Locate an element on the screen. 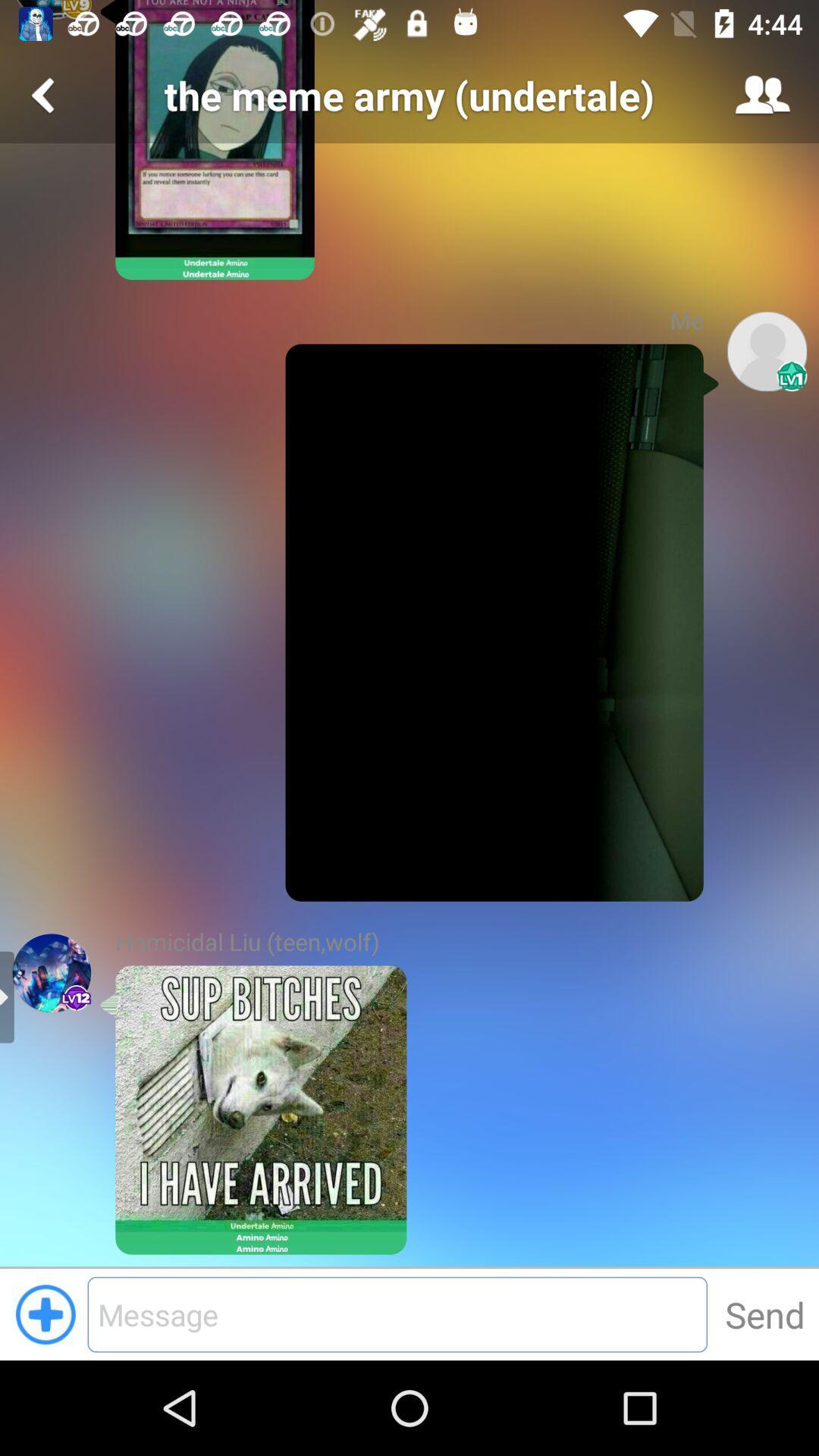 The height and width of the screenshot is (1456, 819). the button beside text field is located at coordinates (765, 1313).